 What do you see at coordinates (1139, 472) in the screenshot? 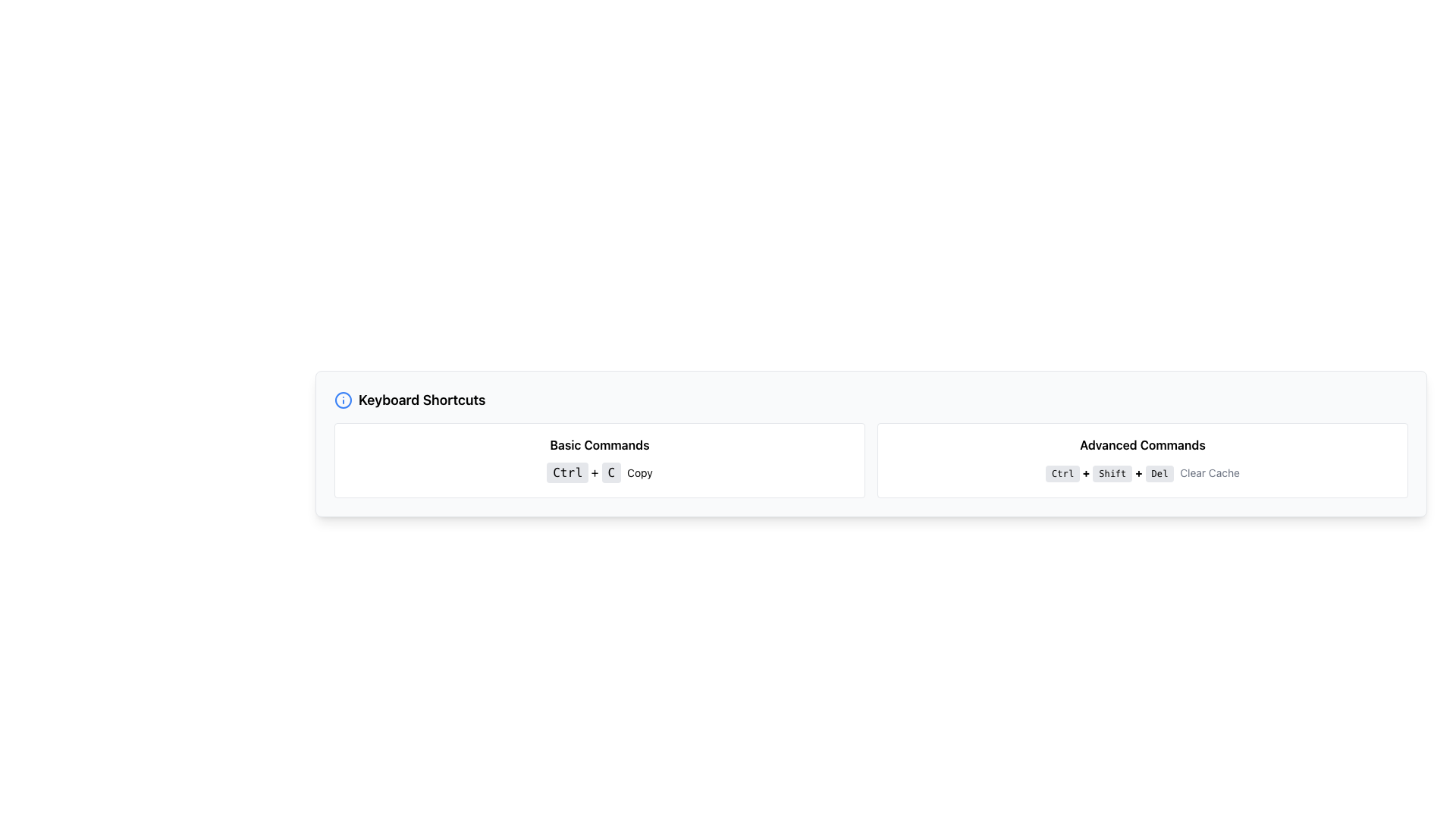
I see `the small text character '+' styled in bold font, positioned between the 'Shift' and 'Del' buttons in the 'Advanced Commands' section` at bounding box center [1139, 472].